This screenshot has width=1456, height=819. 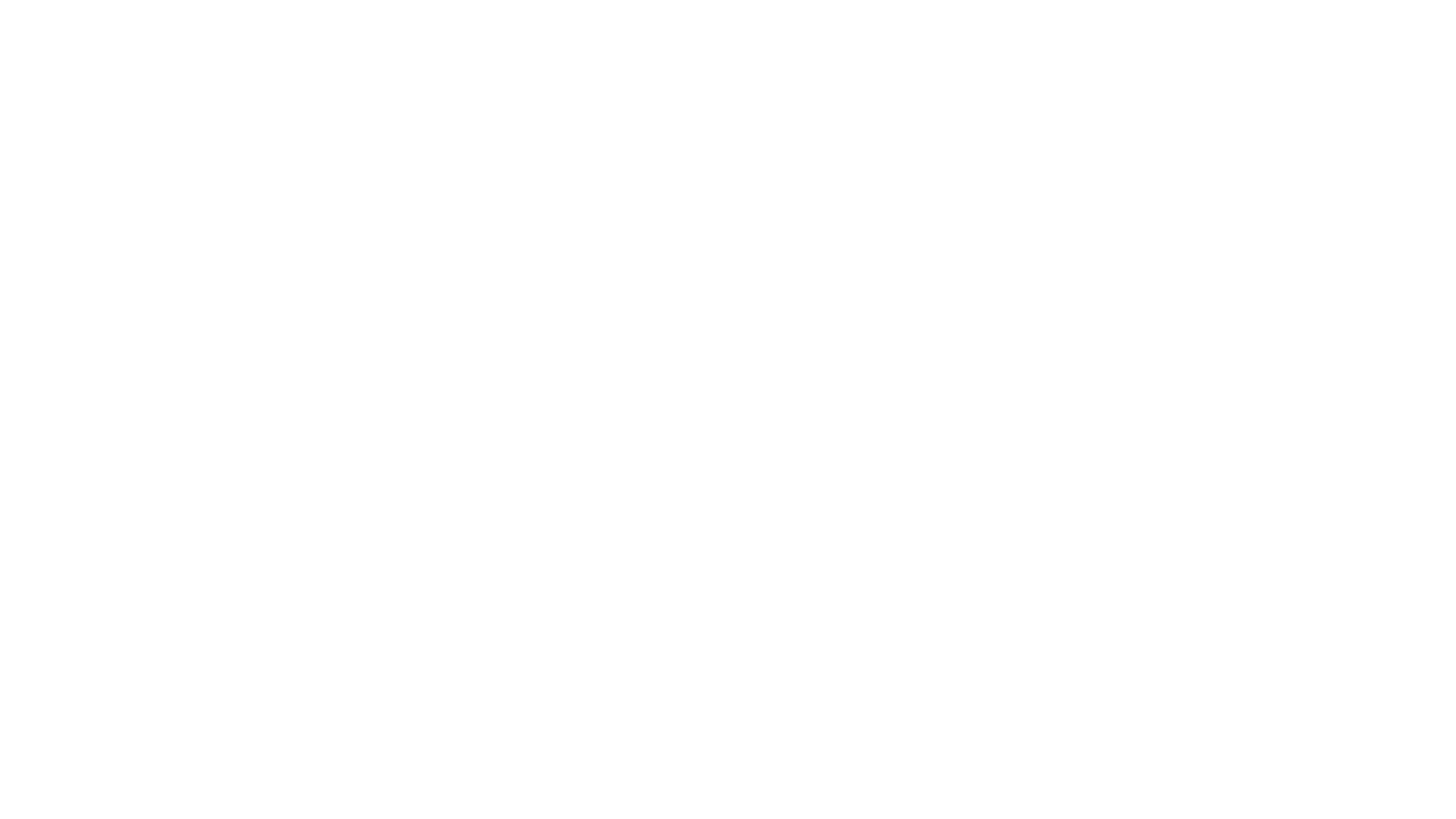 I want to click on Datova schranka Datova schranka Vyuzijte prihlasovaci udaje do vasi datove schranky, so click(x=519, y=421).